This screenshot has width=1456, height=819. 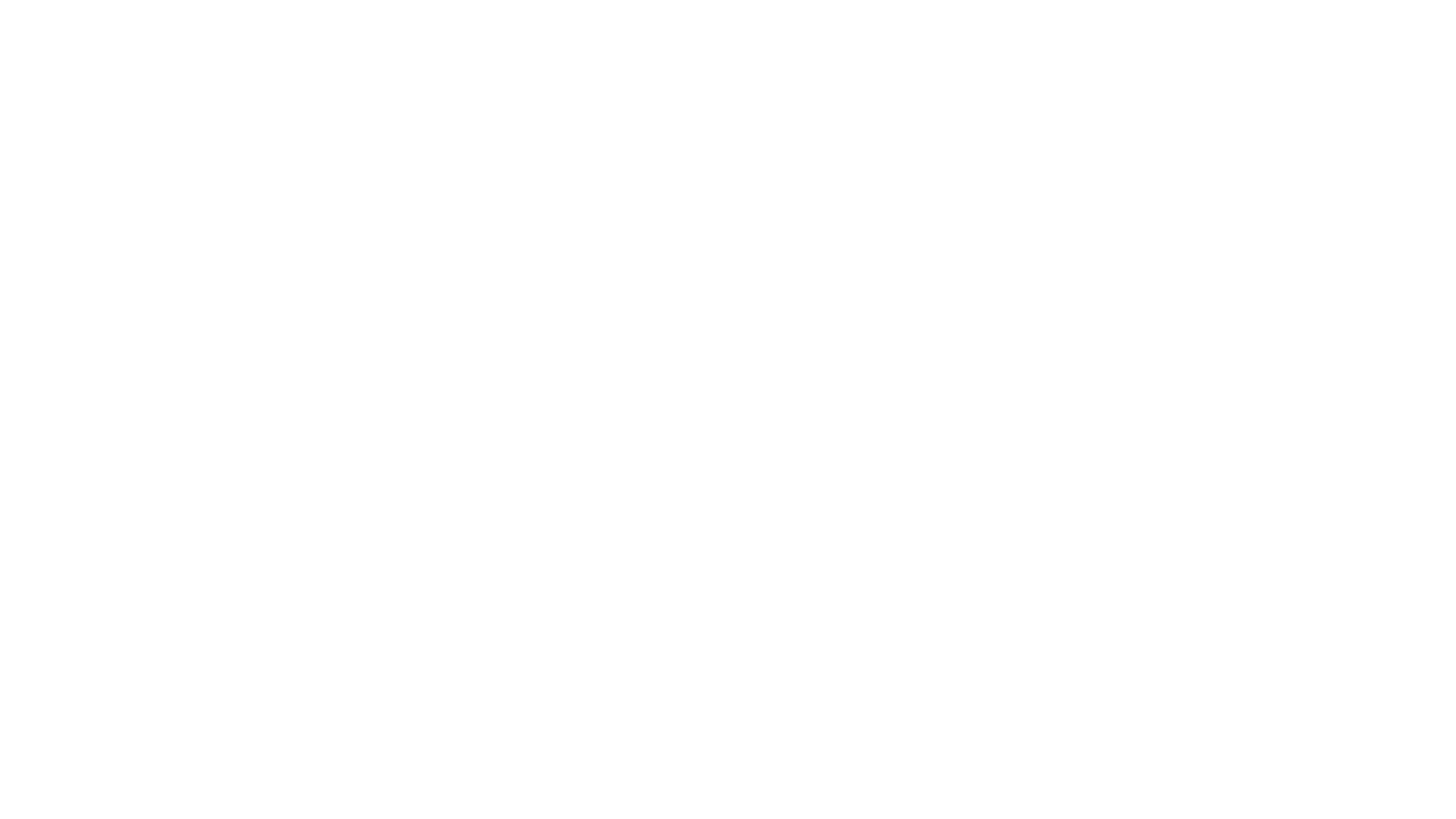 I want to click on Datova schranka Datova schranka Vyuzijte prihlasovaci udaje do vasi datove schranky, so click(x=519, y=421).